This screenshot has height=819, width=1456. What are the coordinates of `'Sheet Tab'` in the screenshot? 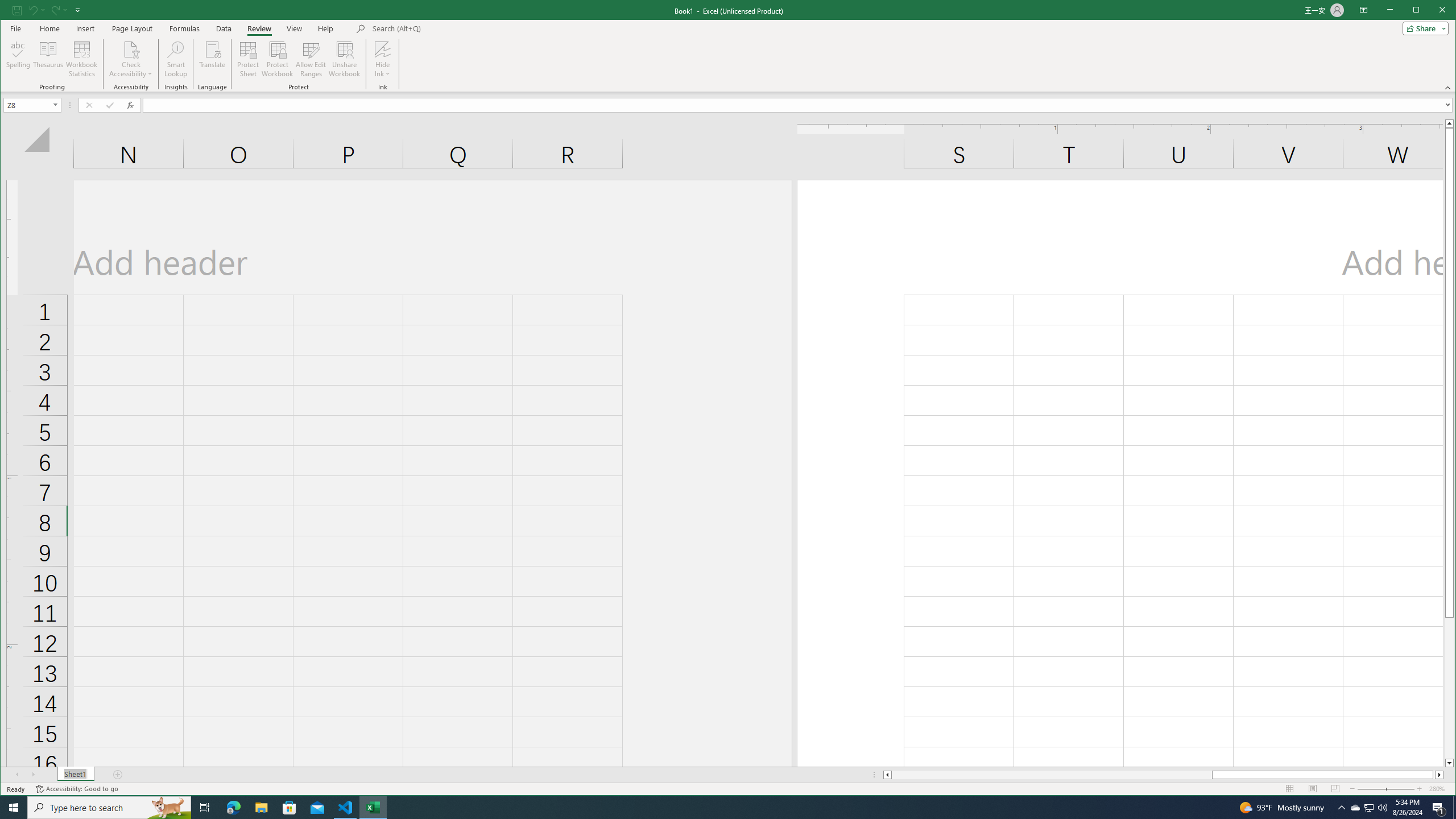 It's located at (76, 775).